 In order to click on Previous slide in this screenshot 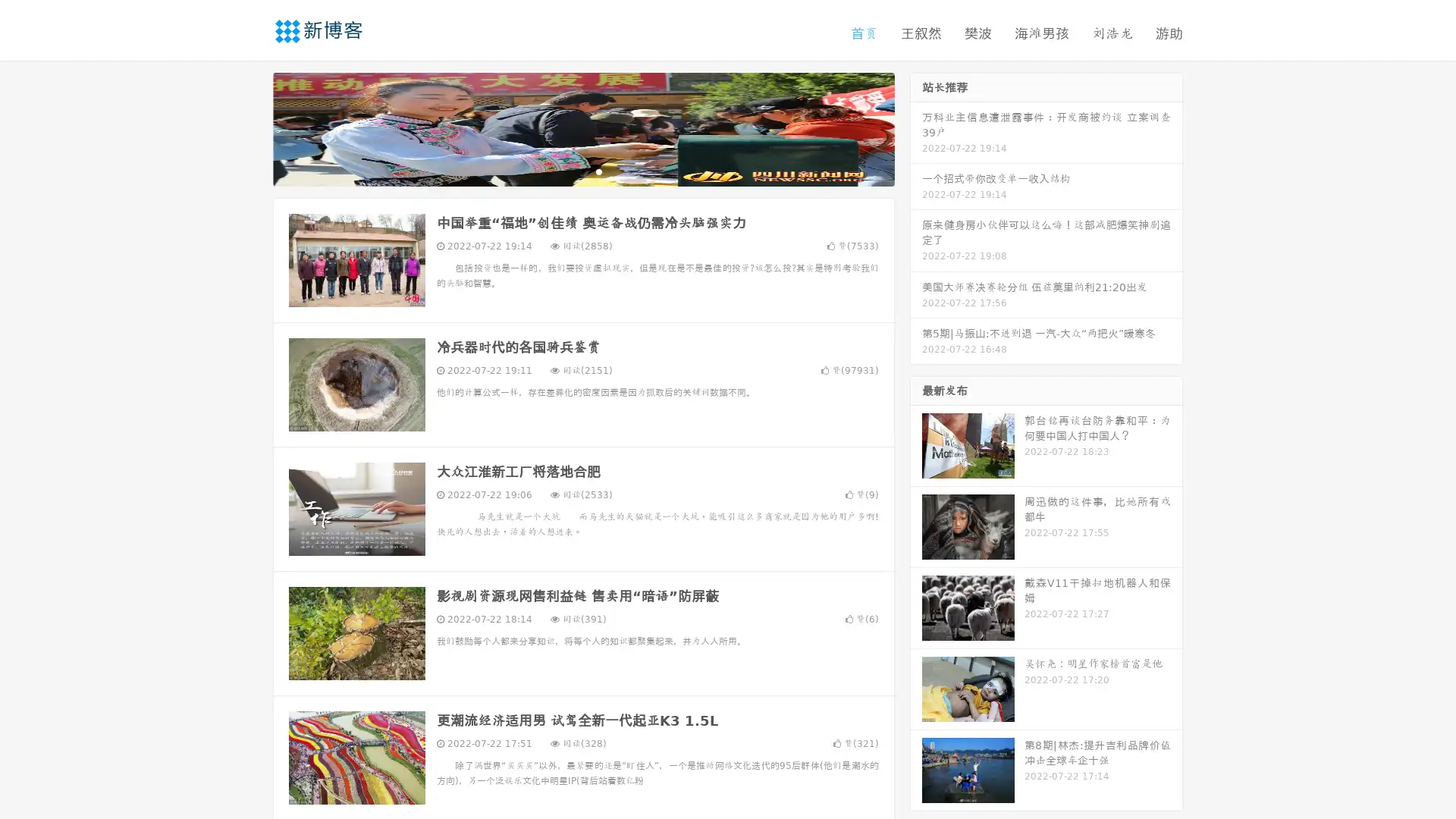, I will do `click(250, 127)`.